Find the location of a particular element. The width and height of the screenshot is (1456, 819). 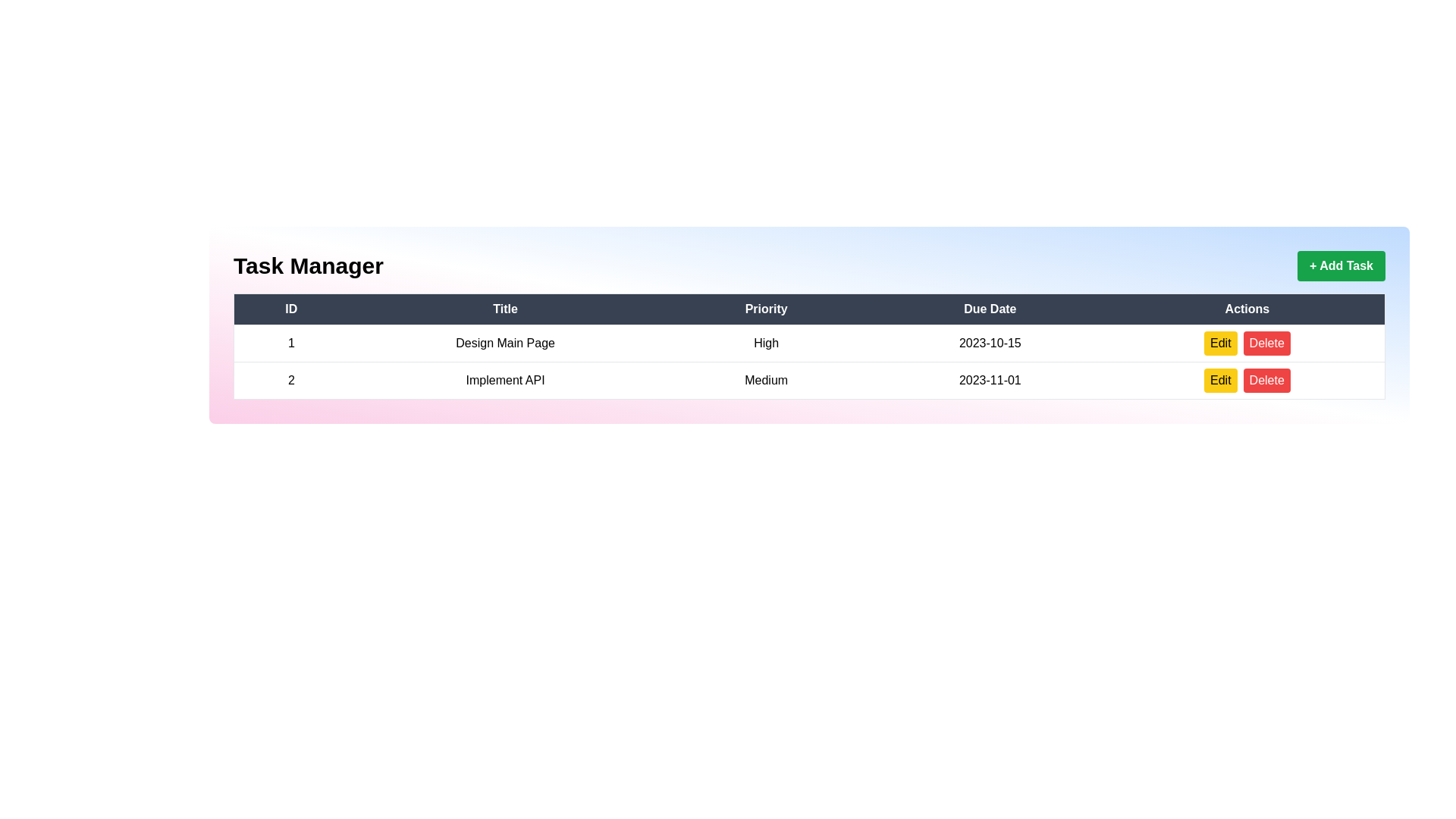

the static text element displaying the unique identifier (ID) of the task in the second table row of the ID column, which is the first cell in its row is located at coordinates (291, 379).